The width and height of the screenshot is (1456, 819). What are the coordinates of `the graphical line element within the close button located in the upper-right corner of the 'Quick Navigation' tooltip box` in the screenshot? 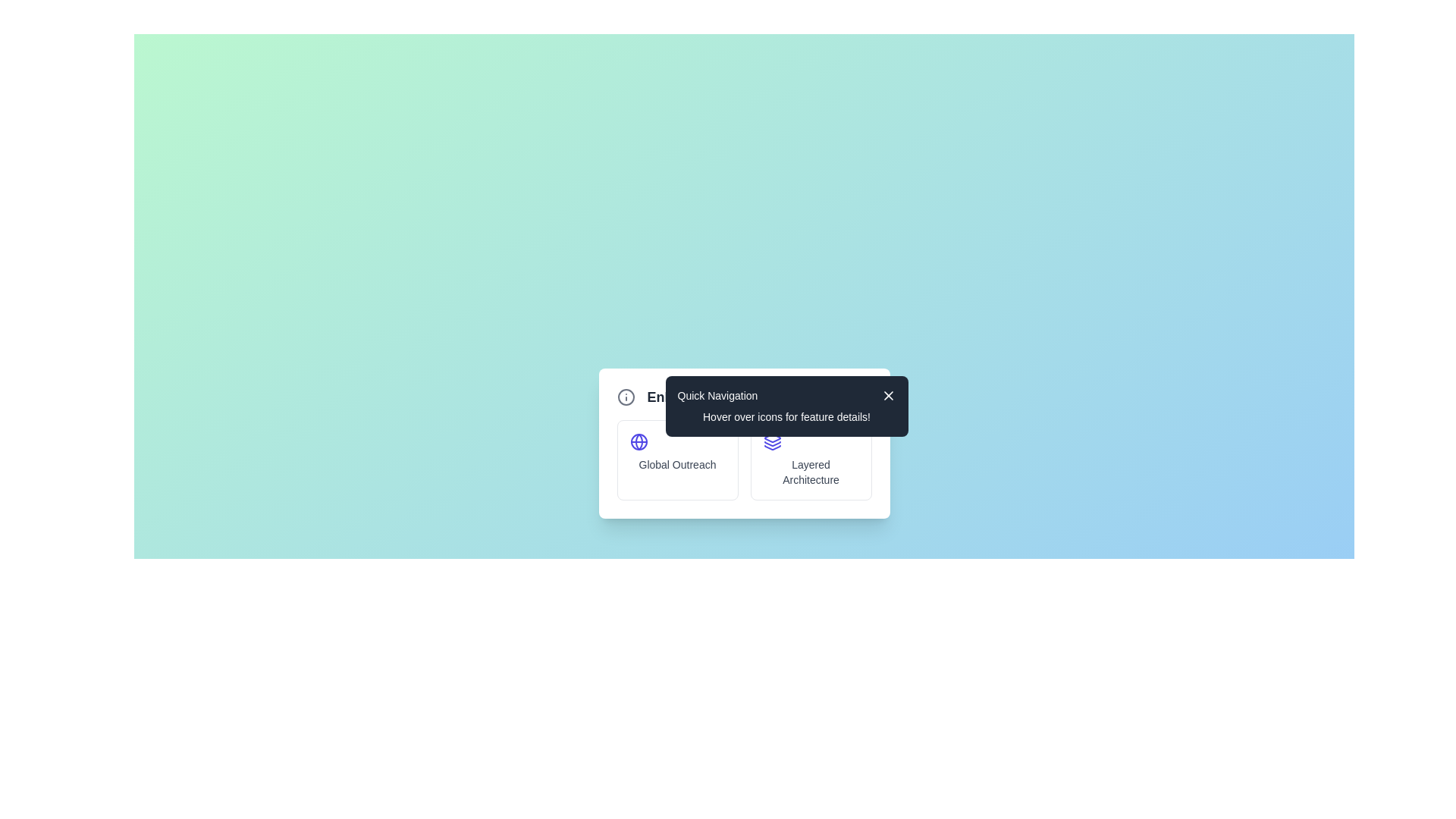 It's located at (888, 394).